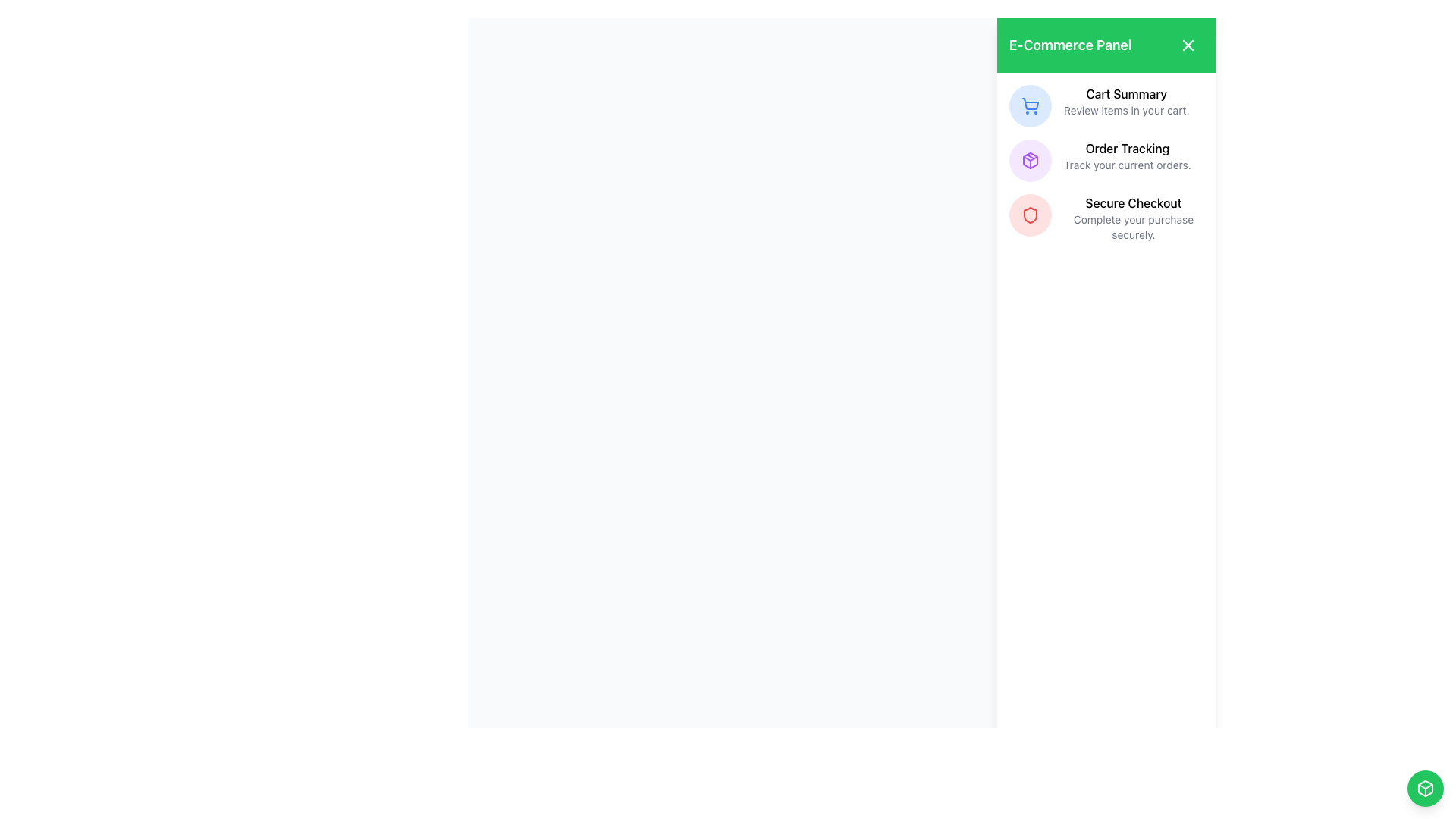 This screenshot has width=1456, height=819. Describe the element at coordinates (1030, 215) in the screenshot. I see `the security icon located in the right panel, specifically the third item in a vertical list` at that location.